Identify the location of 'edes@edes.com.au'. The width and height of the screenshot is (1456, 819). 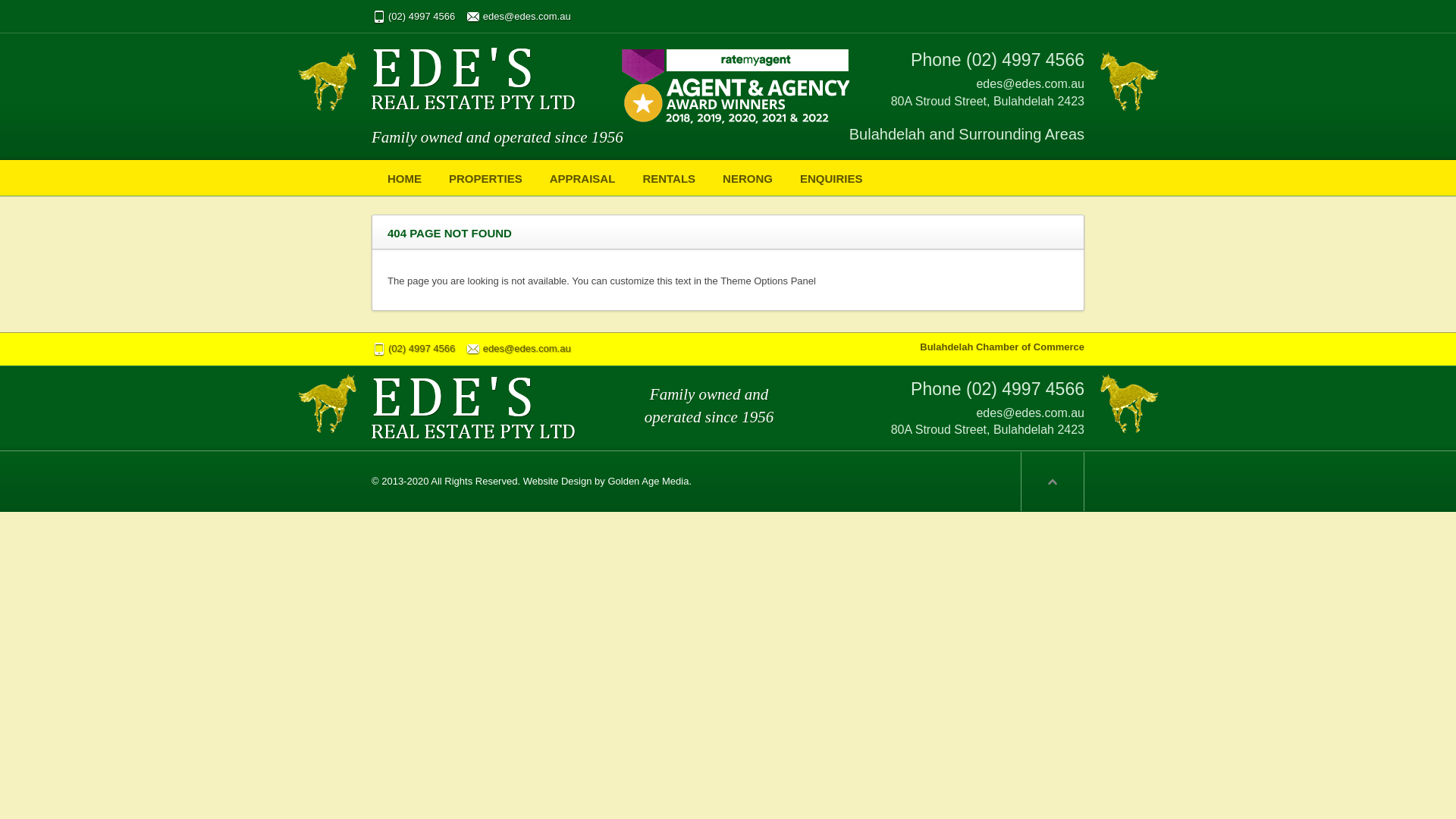
(518, 16).